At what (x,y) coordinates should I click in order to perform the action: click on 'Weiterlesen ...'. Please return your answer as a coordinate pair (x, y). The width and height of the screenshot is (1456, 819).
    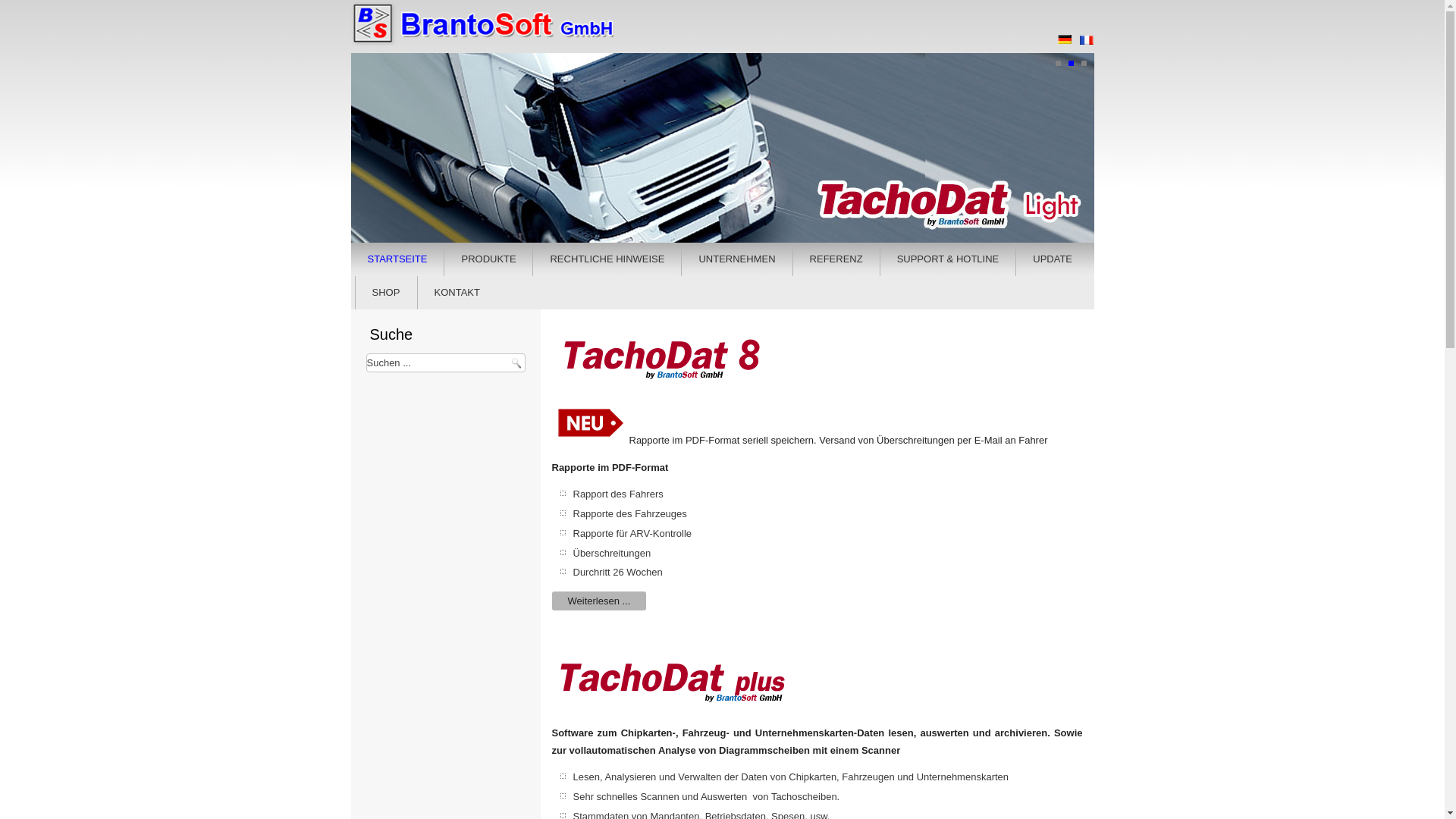
    Looking at the image, I should click on (598, 600).